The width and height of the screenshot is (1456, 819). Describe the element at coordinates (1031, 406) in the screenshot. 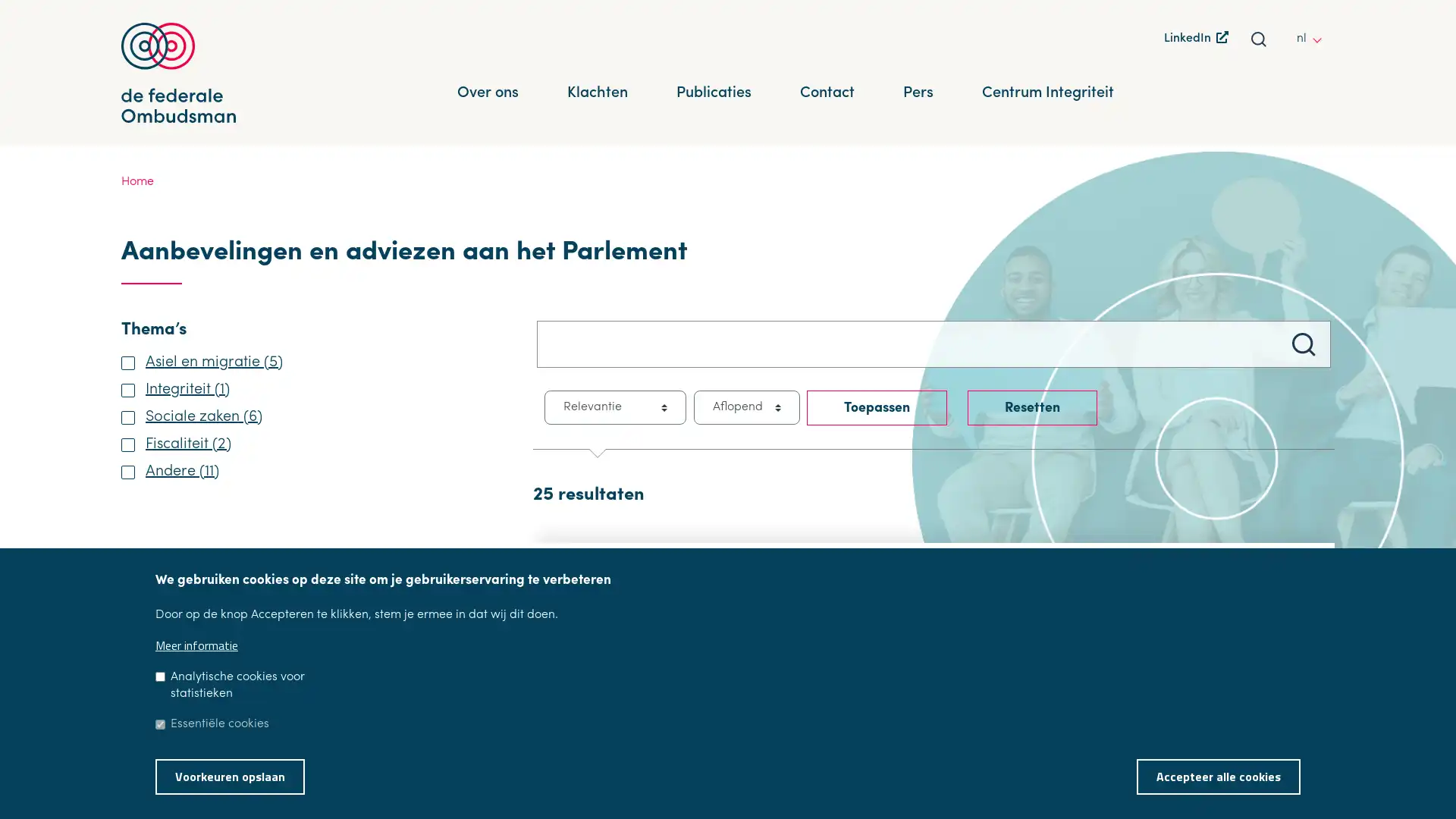

I see `Resetten` at that location.